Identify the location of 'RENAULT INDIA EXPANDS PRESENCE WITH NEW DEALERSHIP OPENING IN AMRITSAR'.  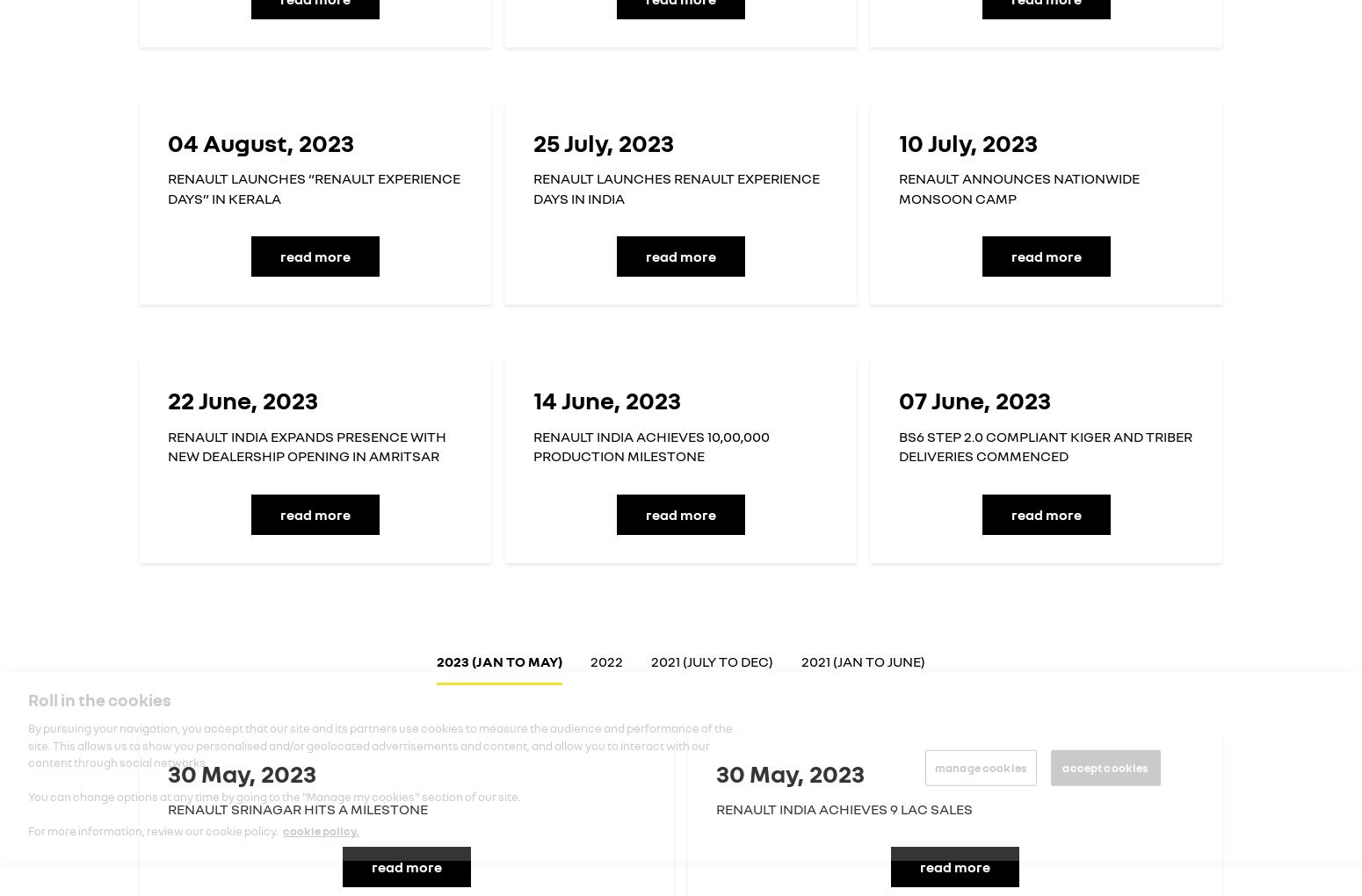
(306, 445).